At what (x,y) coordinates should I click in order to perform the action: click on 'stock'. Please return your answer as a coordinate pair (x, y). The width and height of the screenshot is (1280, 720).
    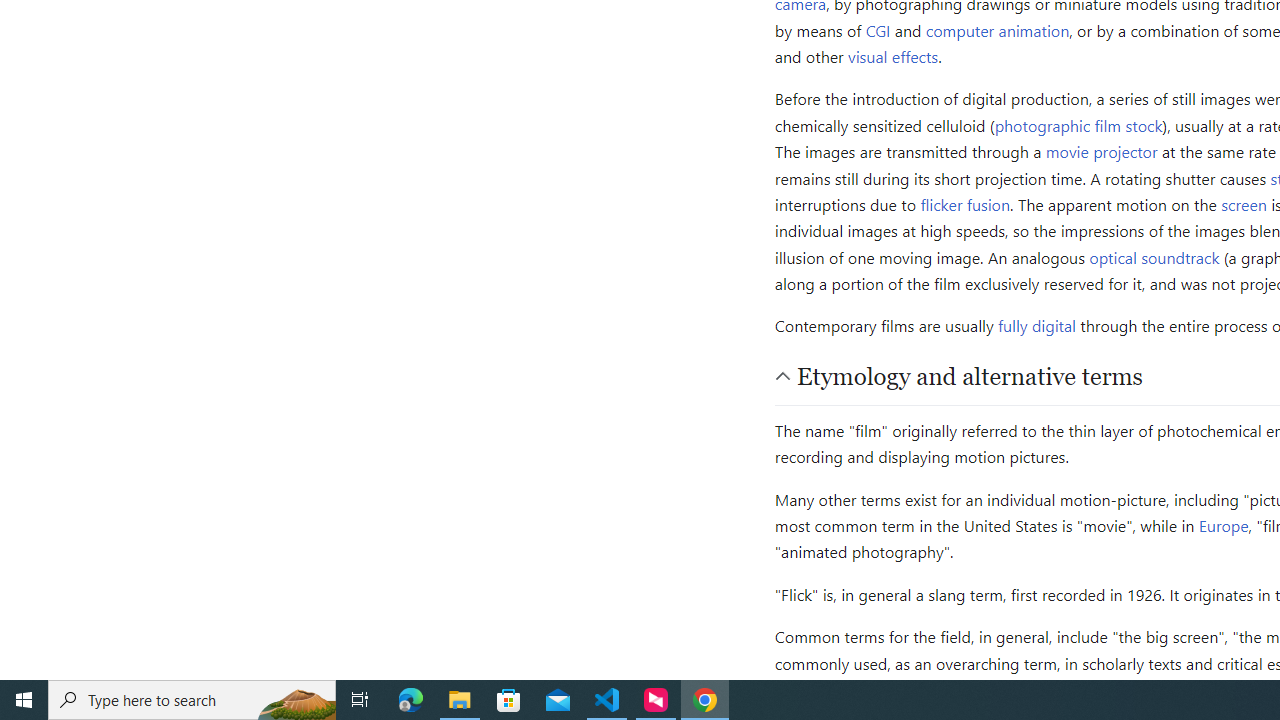
    Looking at the image, I should click on (1144, 124).